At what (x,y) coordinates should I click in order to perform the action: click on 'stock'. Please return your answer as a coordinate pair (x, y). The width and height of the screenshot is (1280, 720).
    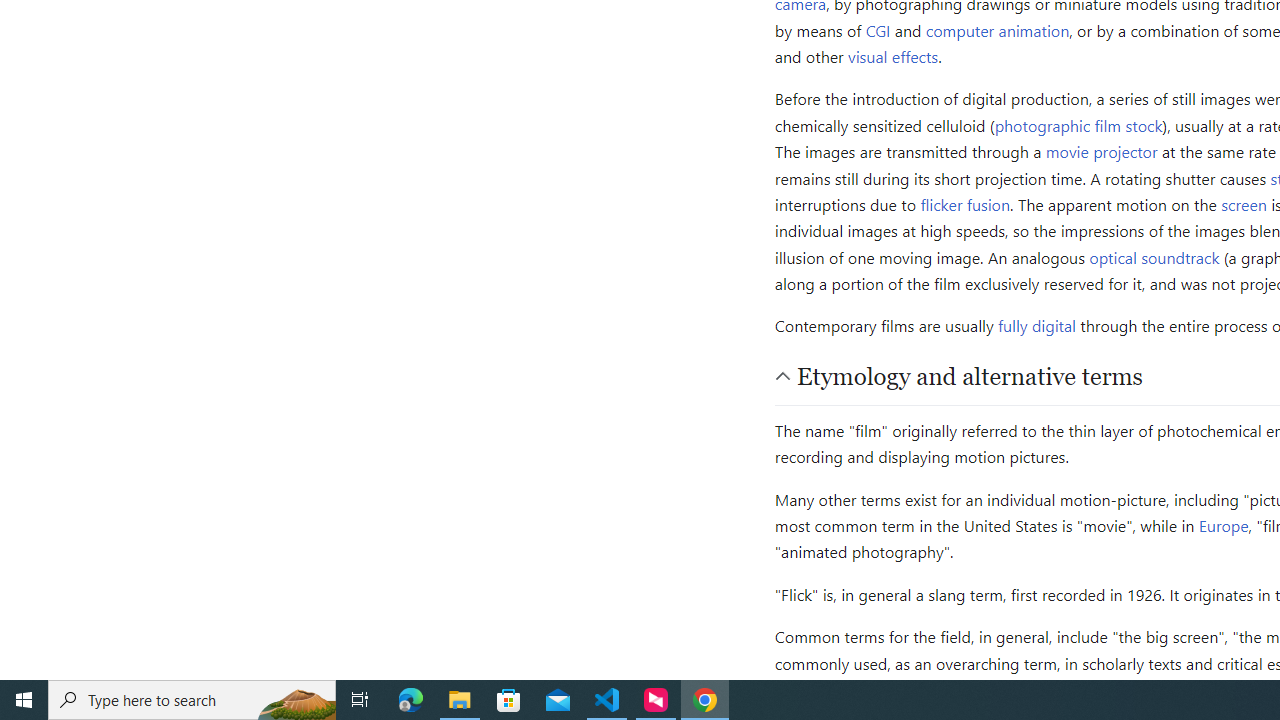
    Looking at the image, I should click on (1144, 124).